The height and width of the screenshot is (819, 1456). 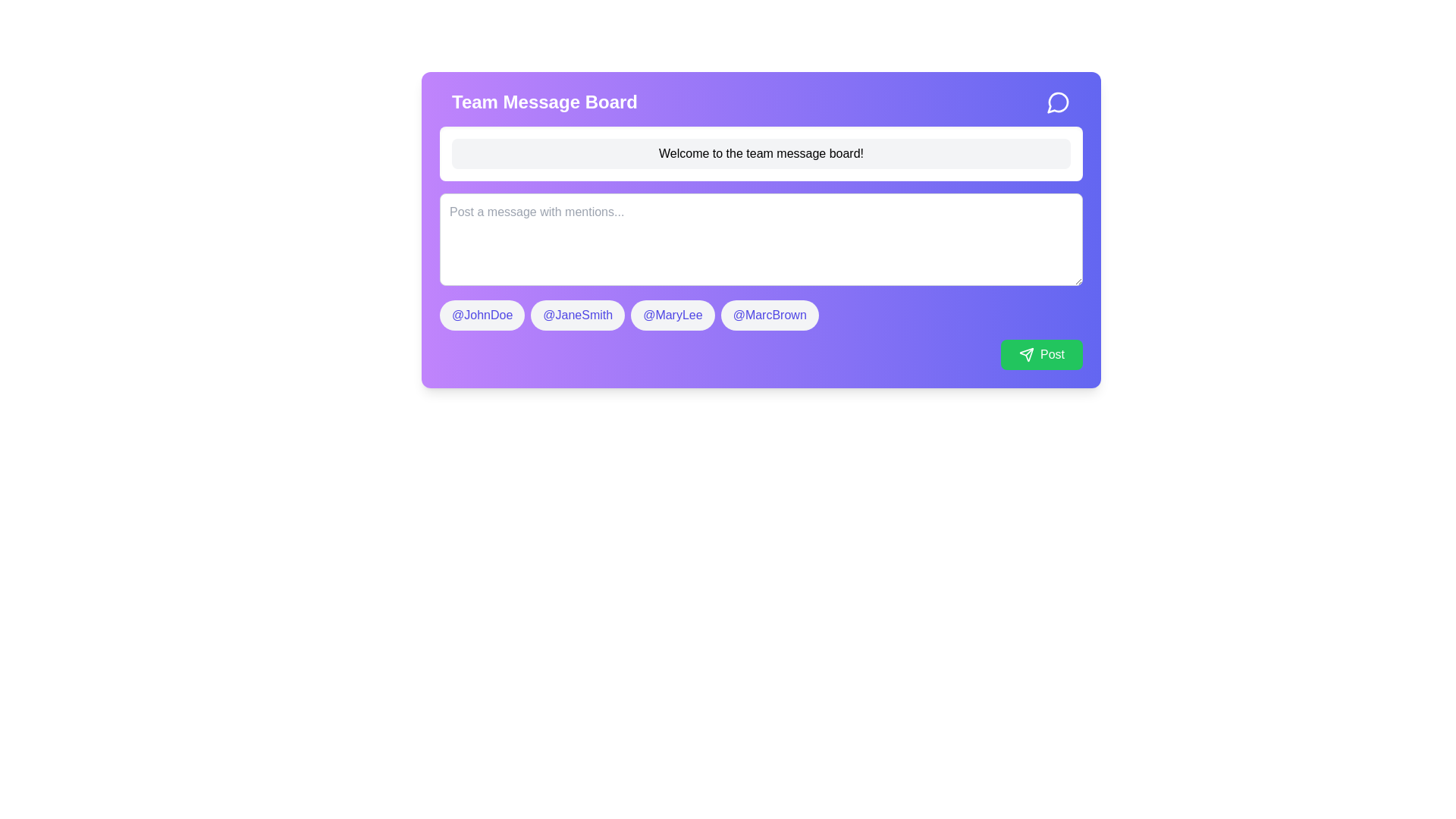 I want to click on the messaging icon located in the top-right corner of the purple panel labeled 'Team Message Board', which is the first icon in its group, so click(x=1057, y=102).